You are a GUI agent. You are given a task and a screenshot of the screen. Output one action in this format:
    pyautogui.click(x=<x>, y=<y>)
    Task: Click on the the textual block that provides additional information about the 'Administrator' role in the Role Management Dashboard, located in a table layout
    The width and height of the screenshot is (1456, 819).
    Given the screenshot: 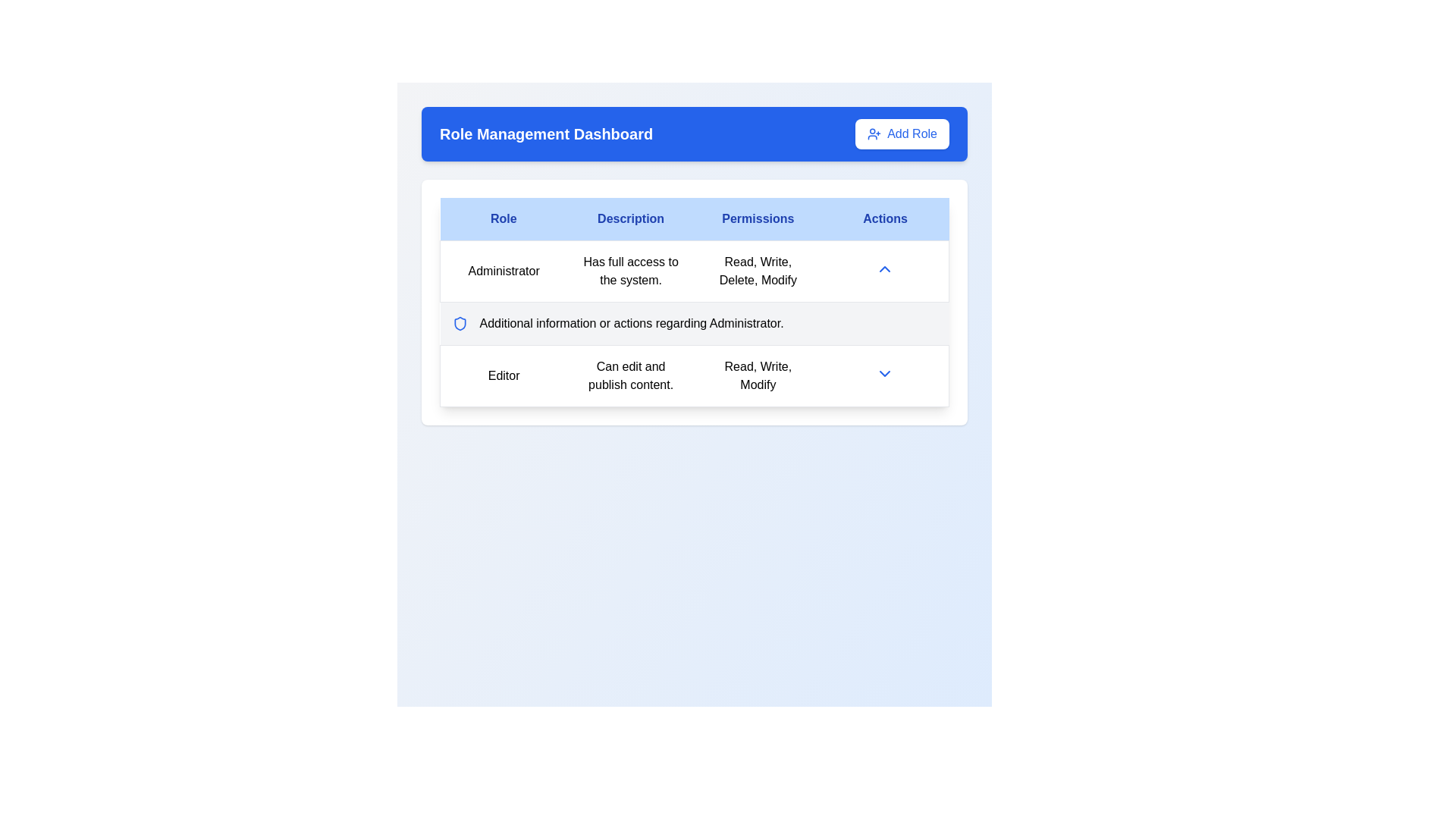 What is the action you would take?
    pyautogui.click(x=694, y=323)
    